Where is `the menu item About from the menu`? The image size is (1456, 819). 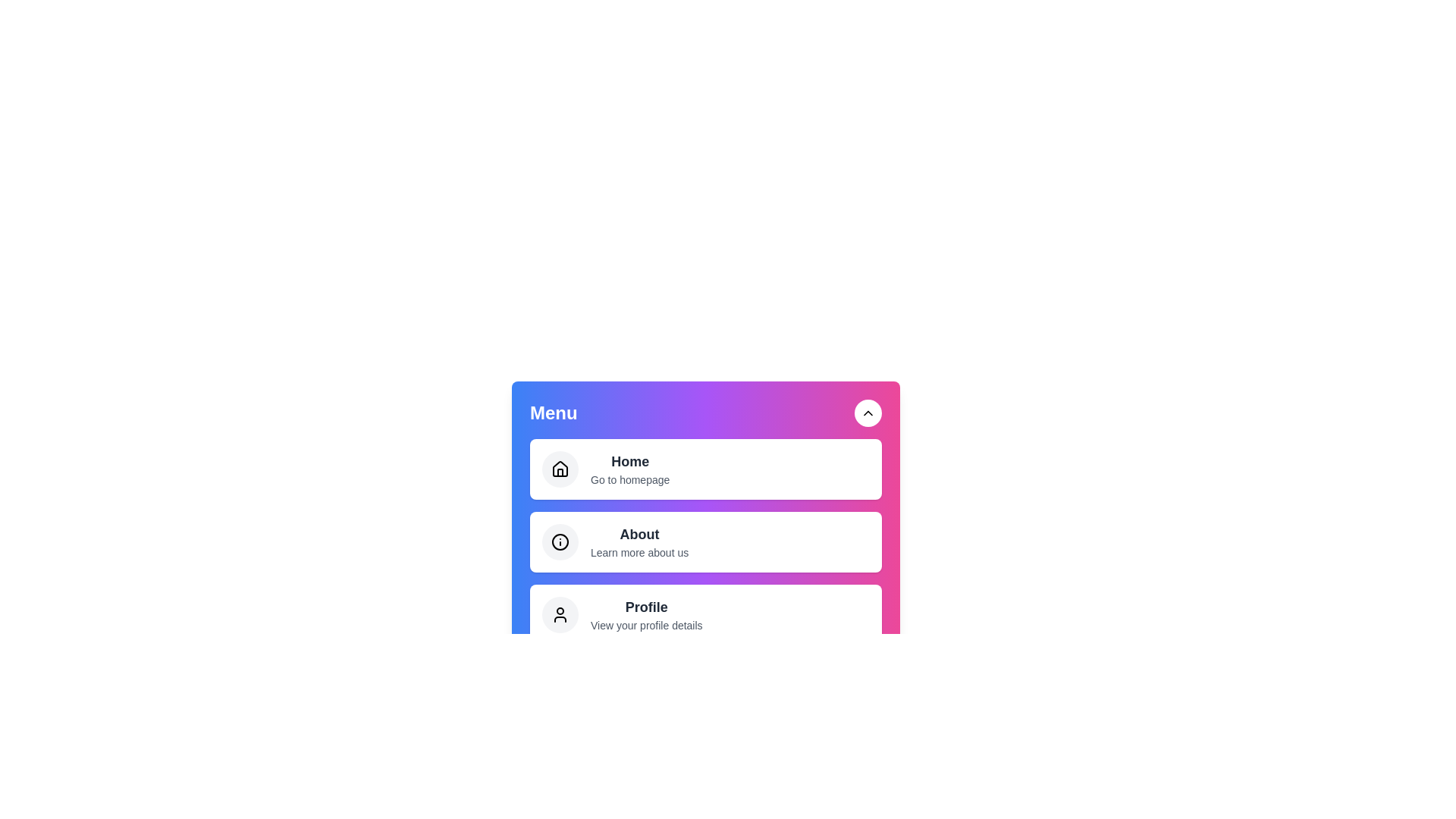 the menu item About from the menu is located at coordinates (705, 541).